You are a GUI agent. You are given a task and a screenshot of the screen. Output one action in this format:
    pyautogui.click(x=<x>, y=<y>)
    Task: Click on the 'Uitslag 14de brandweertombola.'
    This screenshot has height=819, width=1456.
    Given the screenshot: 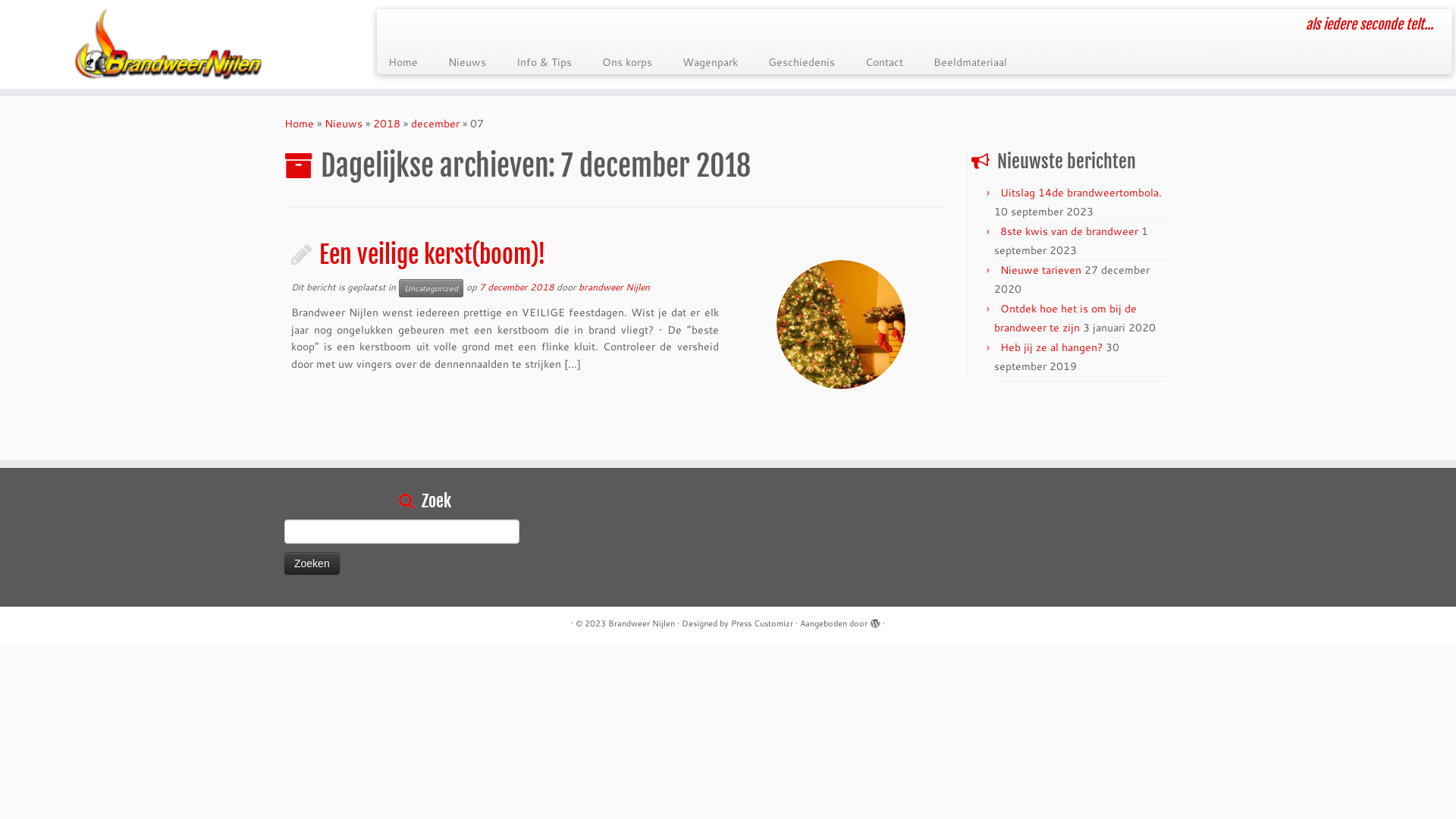 What is the action you would take?
    pyautogui.click(x=1080, y=192)
    